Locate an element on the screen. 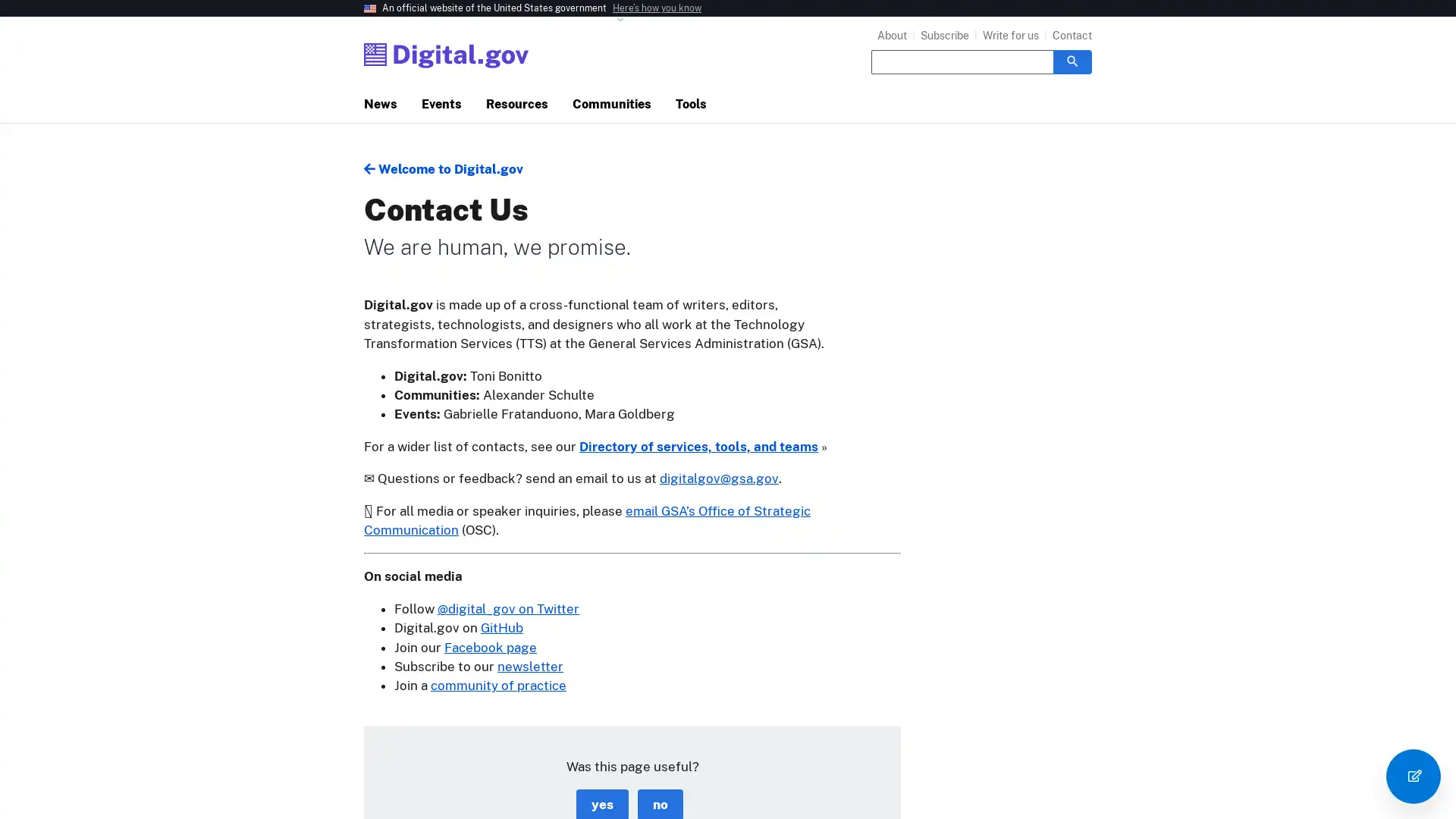 The width and height of the screenshot is (1456, 819). edit is located at coordinates (1412, 776).